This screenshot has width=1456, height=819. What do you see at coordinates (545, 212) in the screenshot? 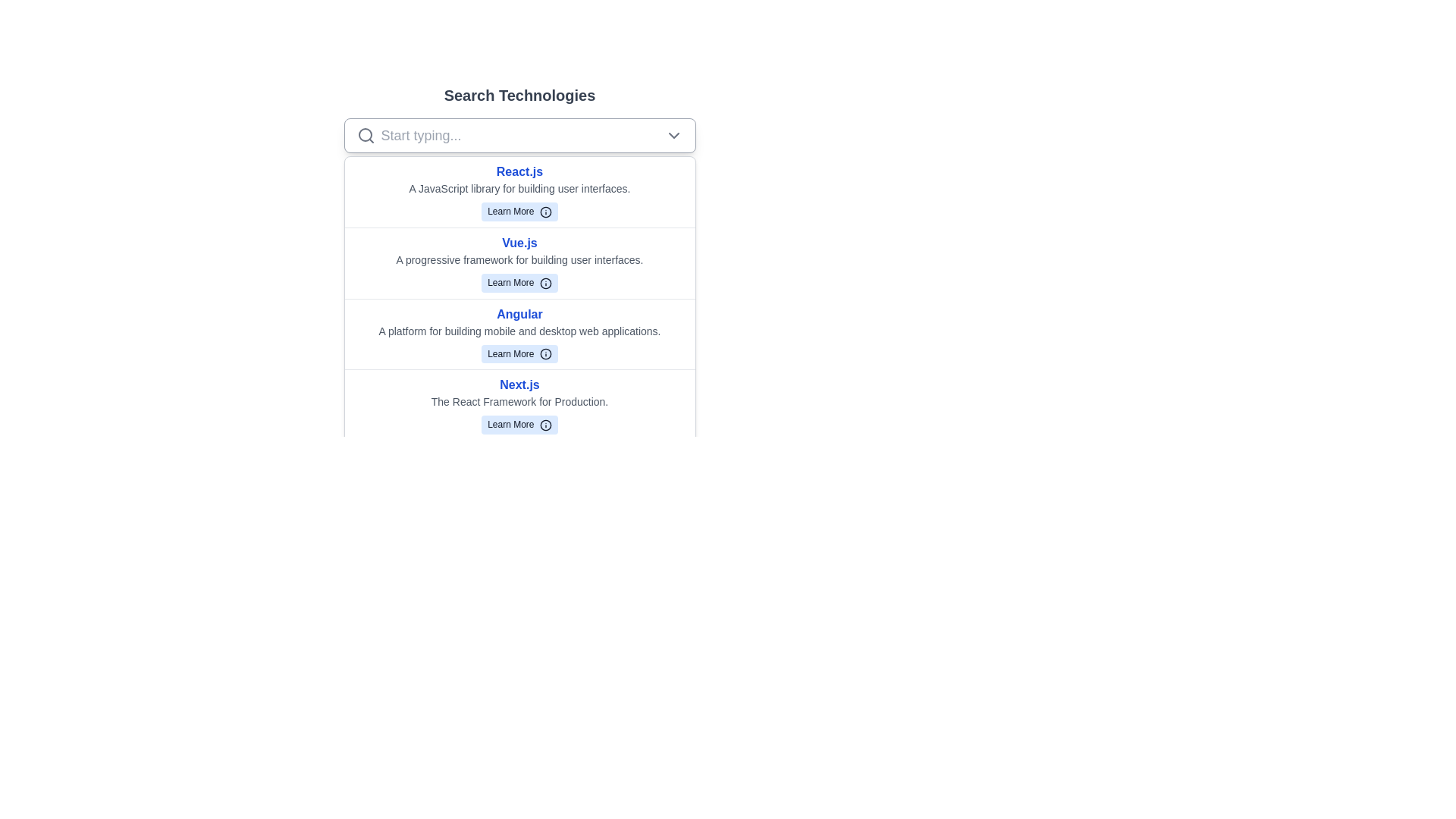
I see `the circular information icon with a blue background located within the 'Learn More' button under the 'React.js' section` at bounding box center [545, 212].